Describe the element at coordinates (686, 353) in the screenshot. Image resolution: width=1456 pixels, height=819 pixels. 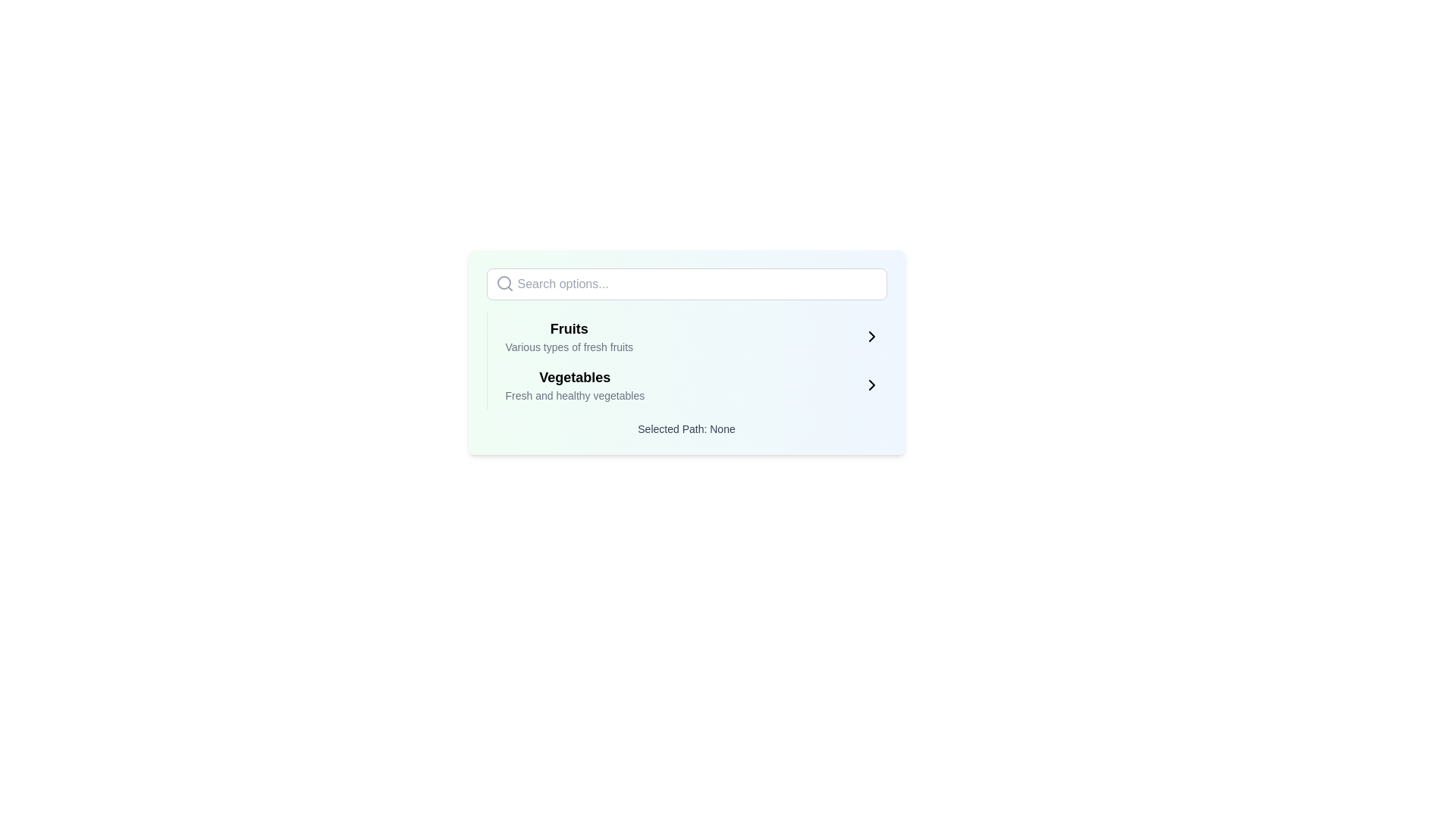
I see `the Navigation Card which serves as a selection interface for categories such as 'Fruits' or 'Vegetables' and is centrally positioned in the layout` at that location.